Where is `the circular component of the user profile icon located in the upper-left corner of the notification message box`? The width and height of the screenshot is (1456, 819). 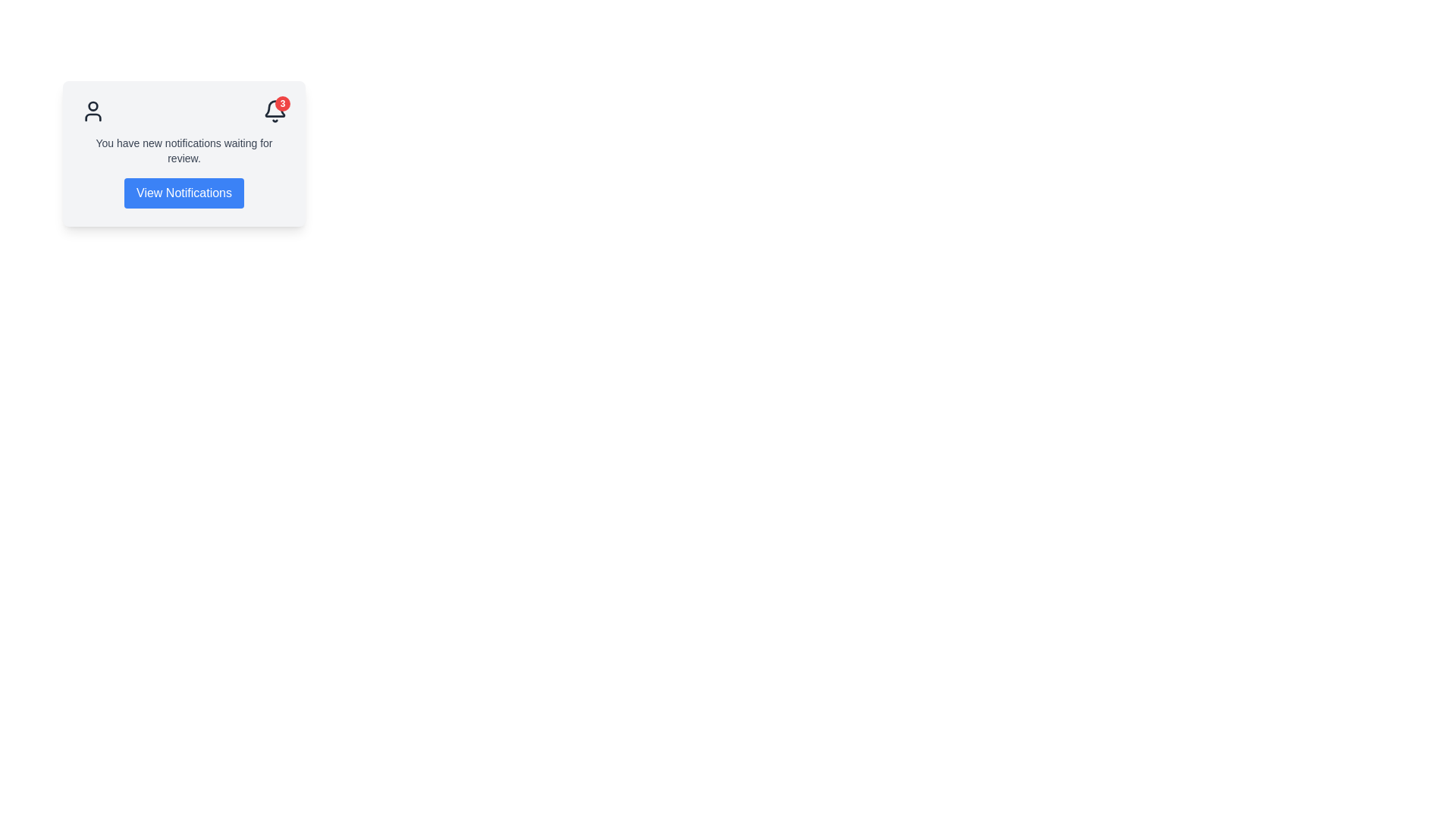
the circular component of the user profile icon located in the upper-left corner of the notification message box is located at coordinates (93, 105).